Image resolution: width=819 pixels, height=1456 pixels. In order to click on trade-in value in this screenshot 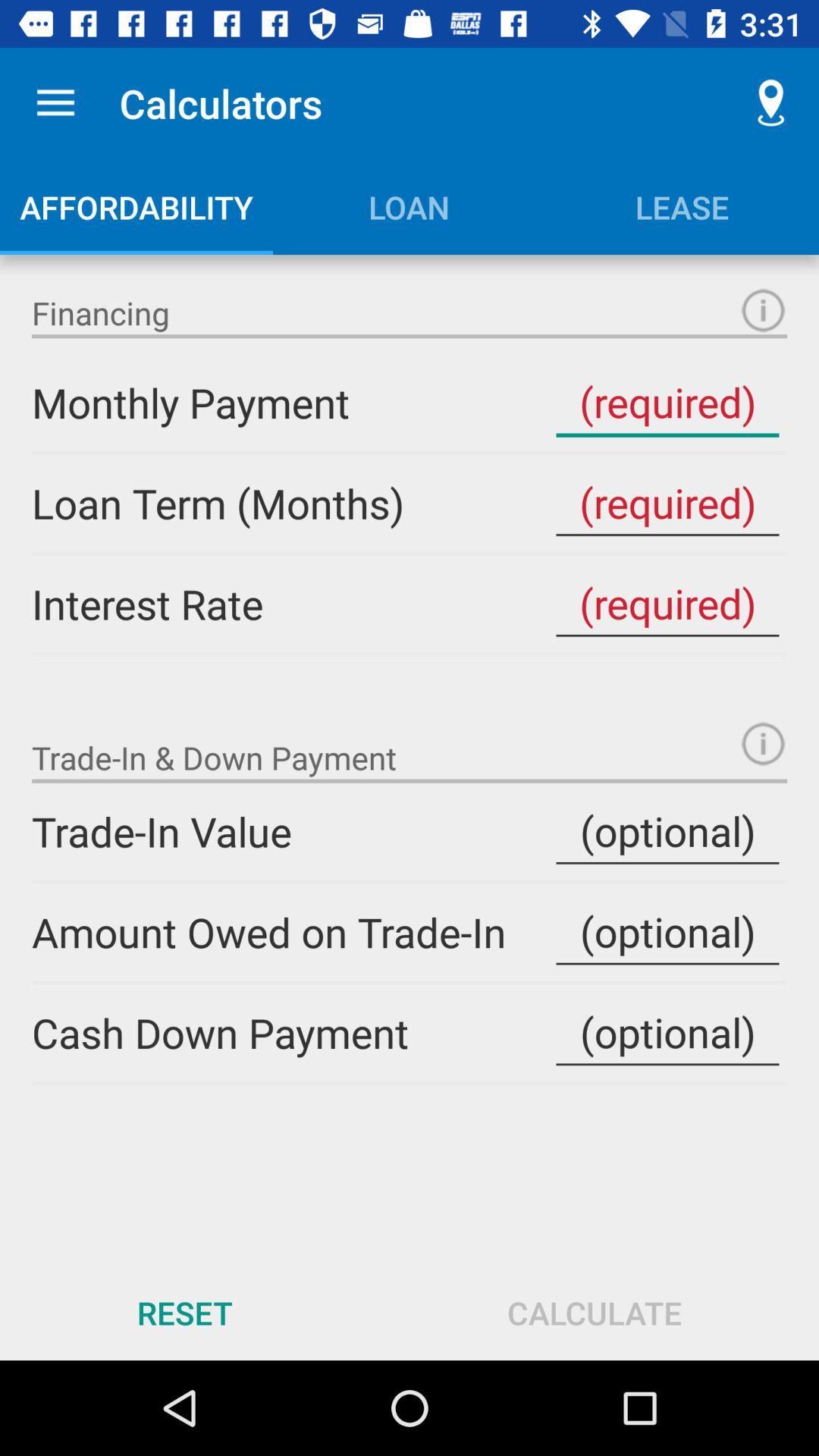, I will do `click(667, 830)`.